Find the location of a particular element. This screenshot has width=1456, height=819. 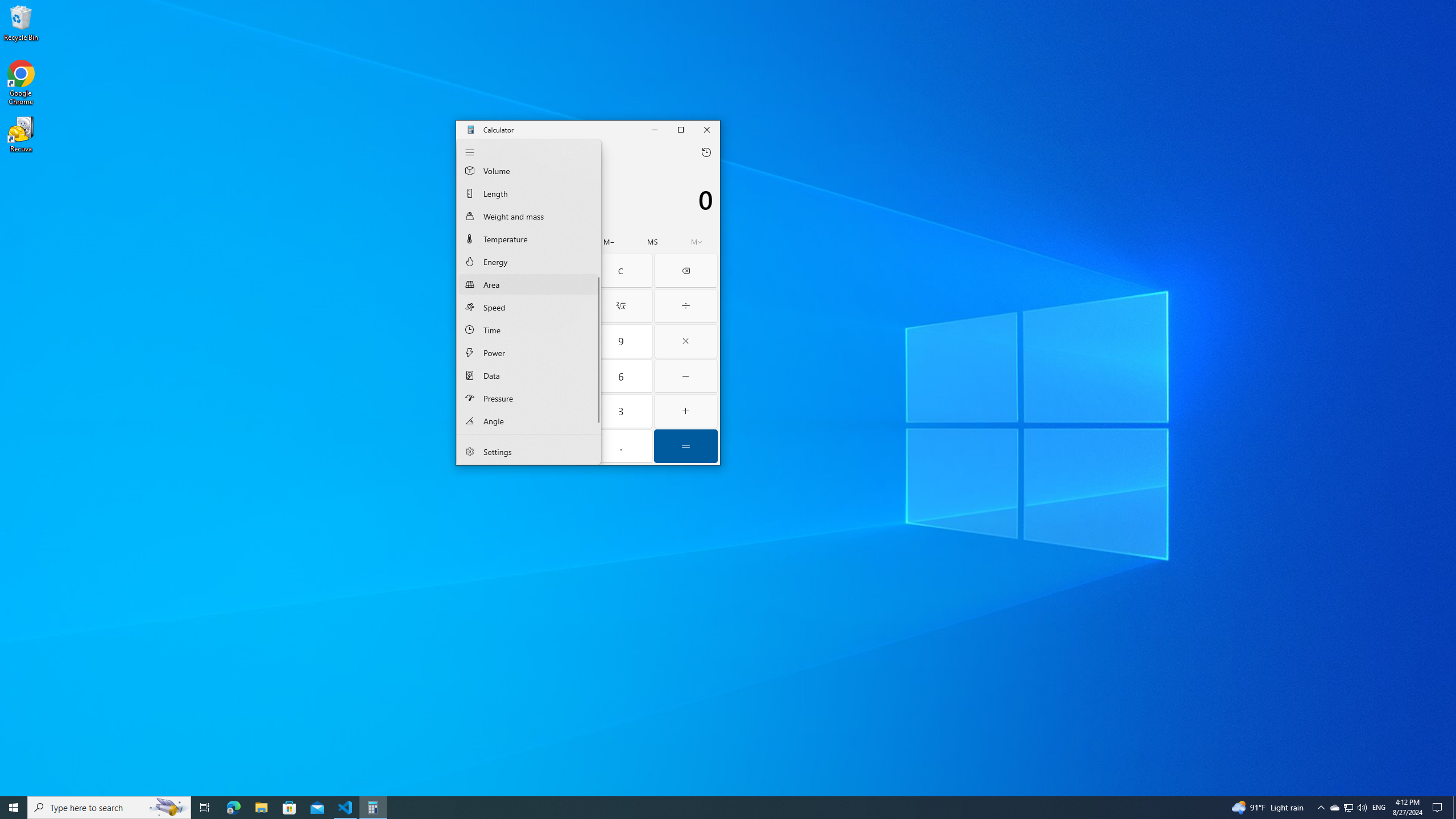

'Backspace' is located at coordinates (685, 270).